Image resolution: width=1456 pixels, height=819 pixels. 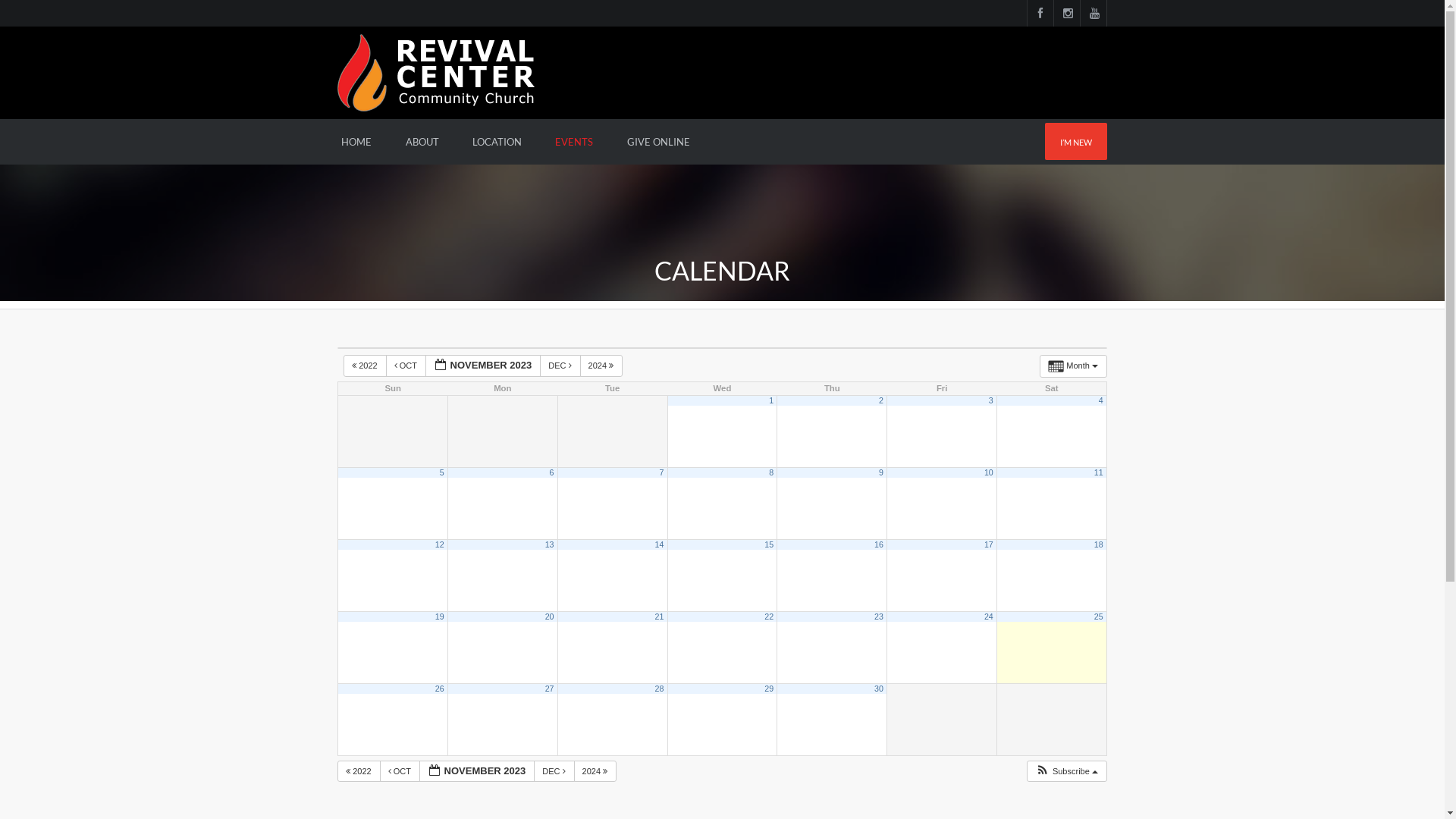 I want to click on '2024', so click(x=601, y=366).